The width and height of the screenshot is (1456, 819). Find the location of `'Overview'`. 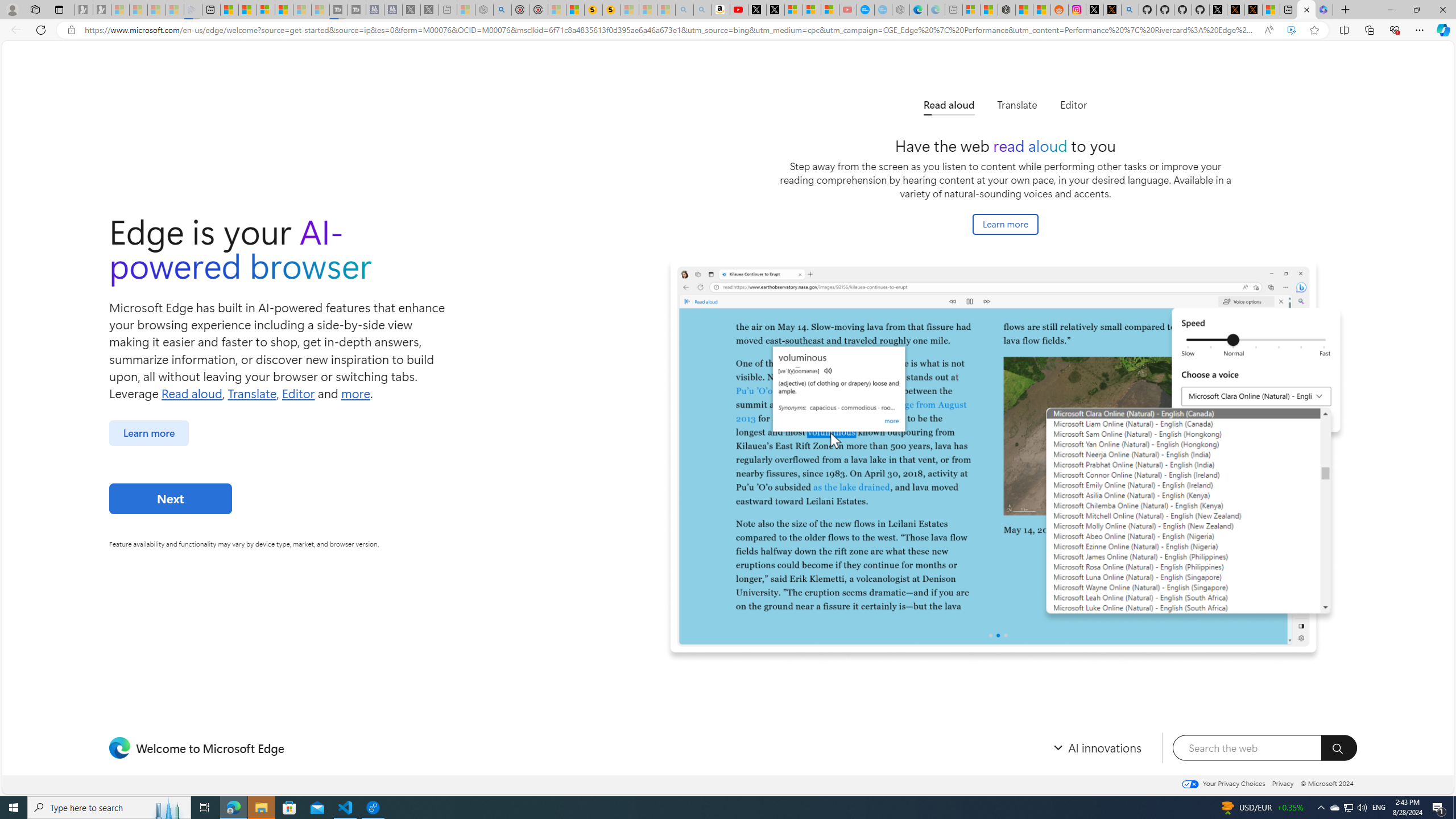

'Overview' is located at coordinates (265, 9).